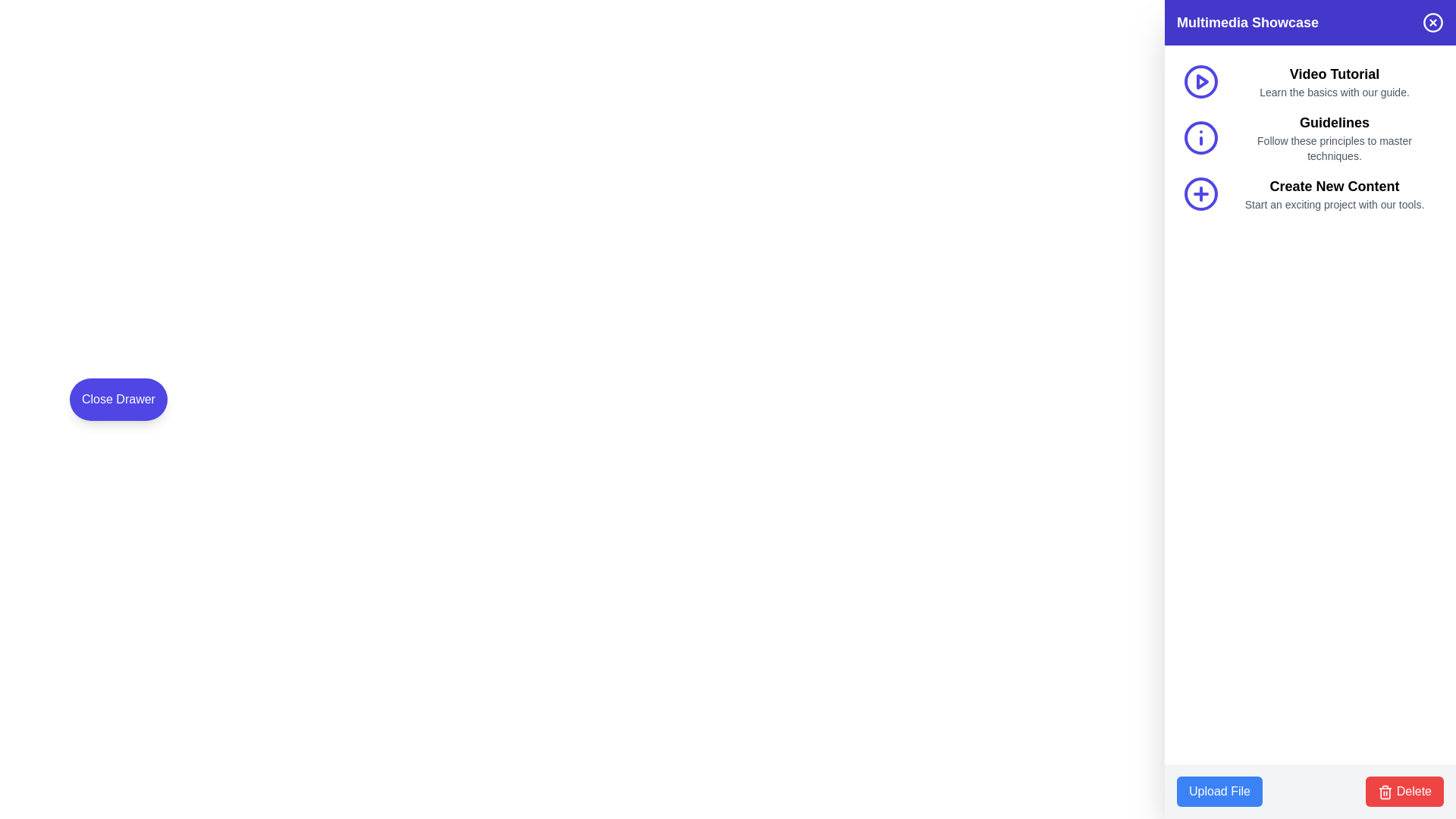  Describe the element at coordinates (1335, 122) in the screenshot. I see `the header text located in the sidebar, which is the title above the descriptive text 'Follow these principles to master techniques.'` at that location.